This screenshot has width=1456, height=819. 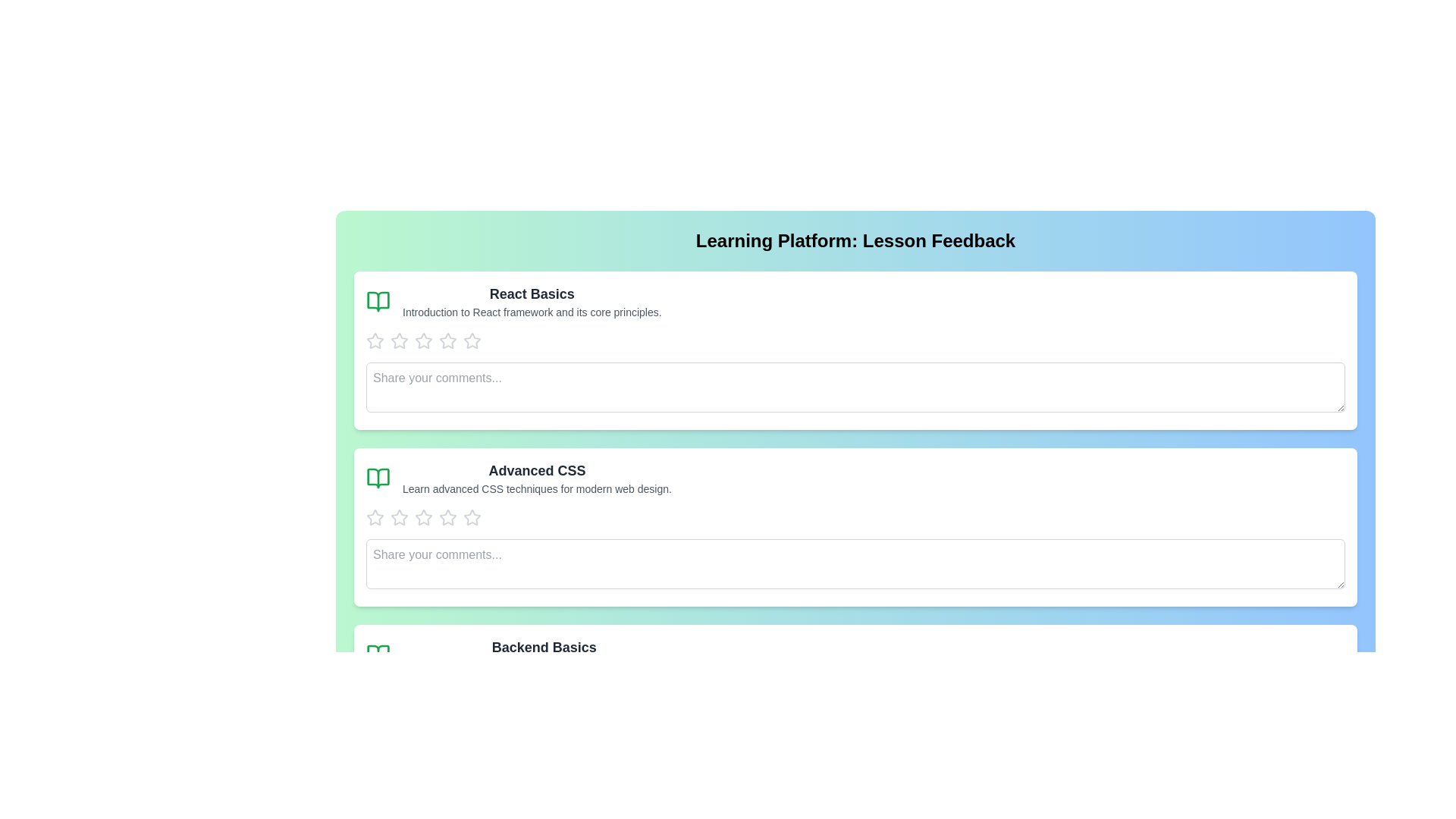 I want to click on the first hollow star icon to give a rating for the 'React Basics' course on the Learning Platform page, so click(x=375, y=340).